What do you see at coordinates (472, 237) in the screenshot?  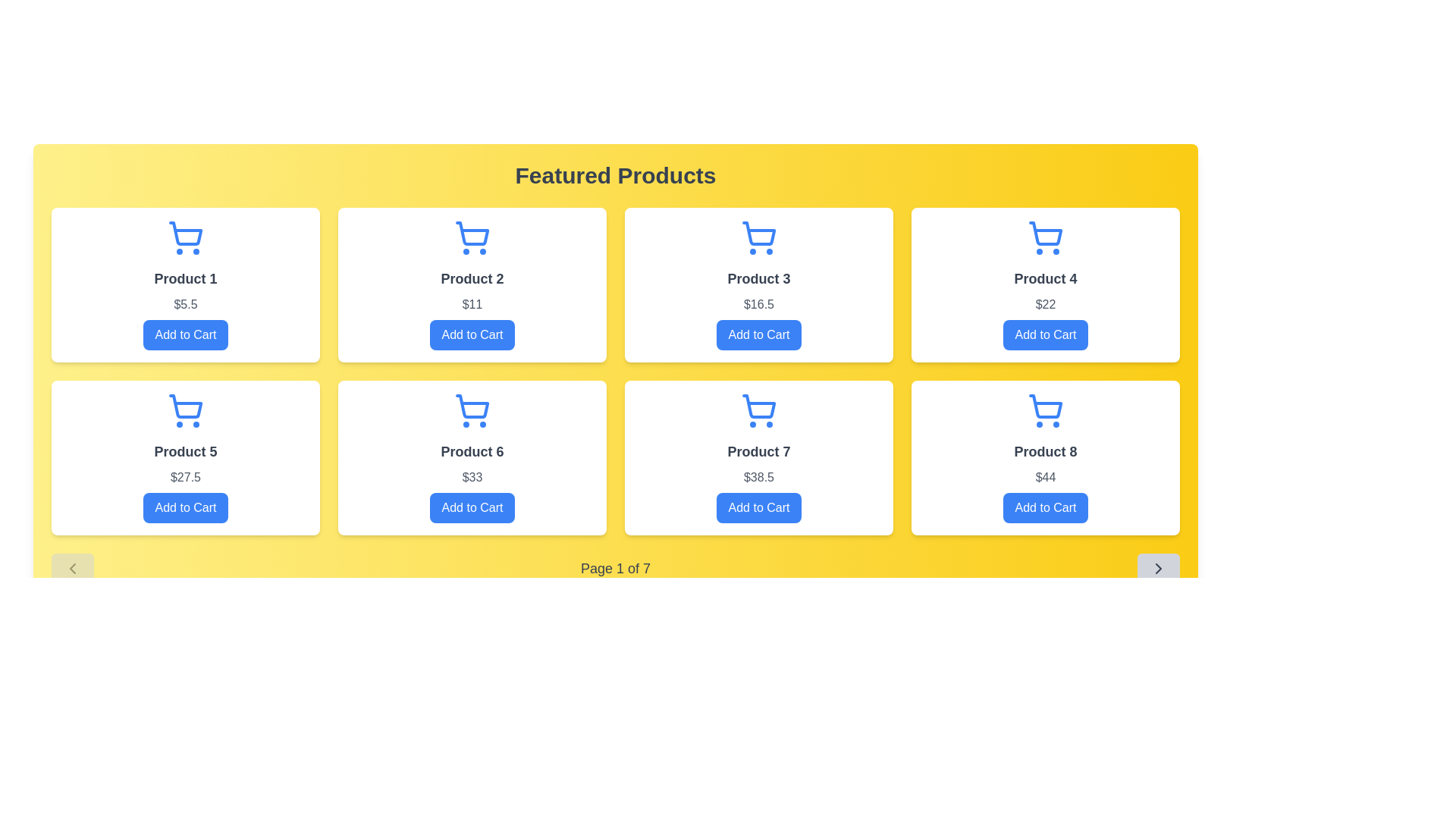 I see `the shopping cart icon located at the top-center of the second card in the first row of the product grid` at bounding box center [472, 237].